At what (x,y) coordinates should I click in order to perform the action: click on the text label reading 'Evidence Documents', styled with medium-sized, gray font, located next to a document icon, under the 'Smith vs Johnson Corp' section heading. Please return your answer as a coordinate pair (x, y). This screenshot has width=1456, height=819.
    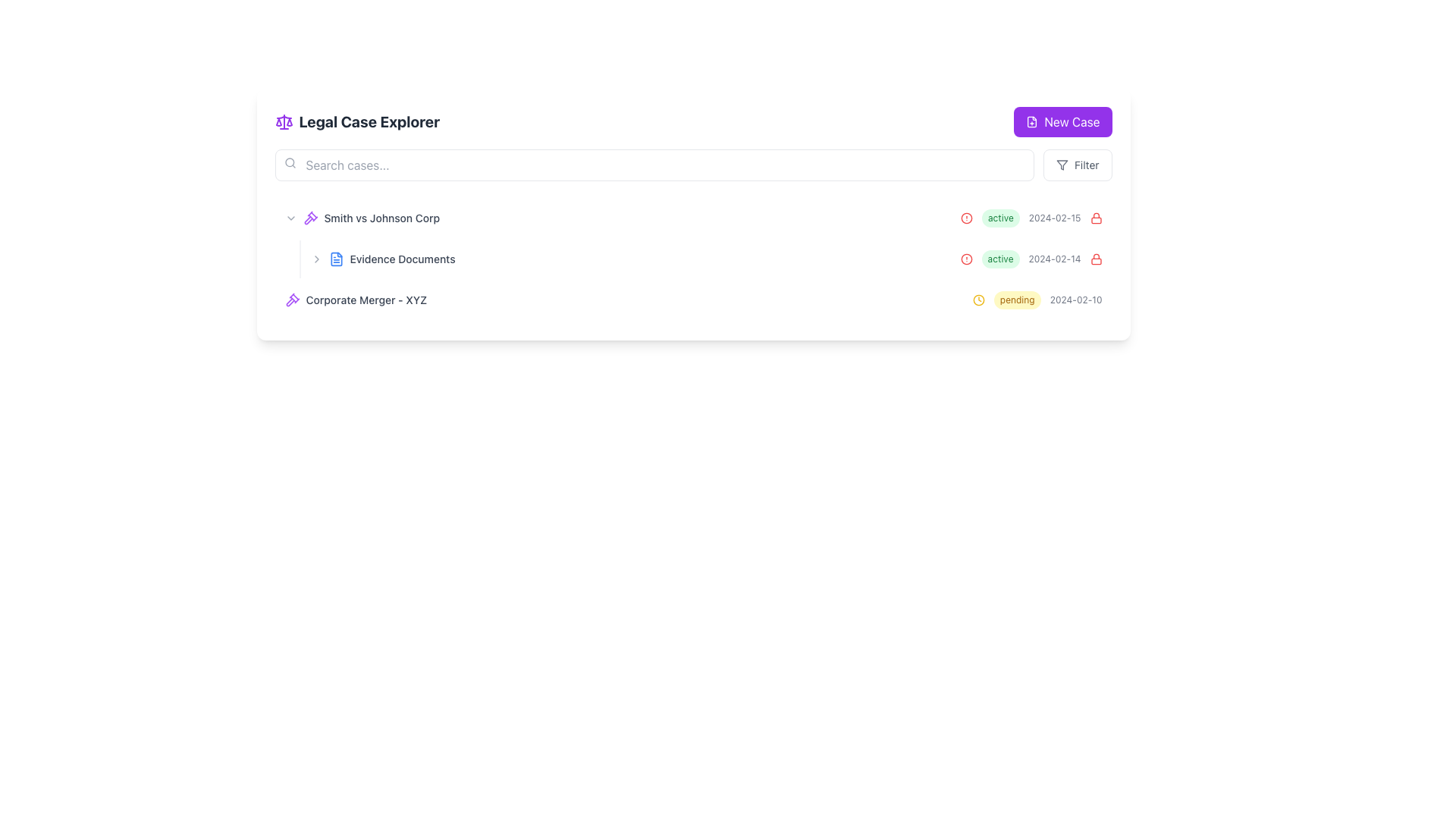
    Looking at the image, I should click on (403, 259).